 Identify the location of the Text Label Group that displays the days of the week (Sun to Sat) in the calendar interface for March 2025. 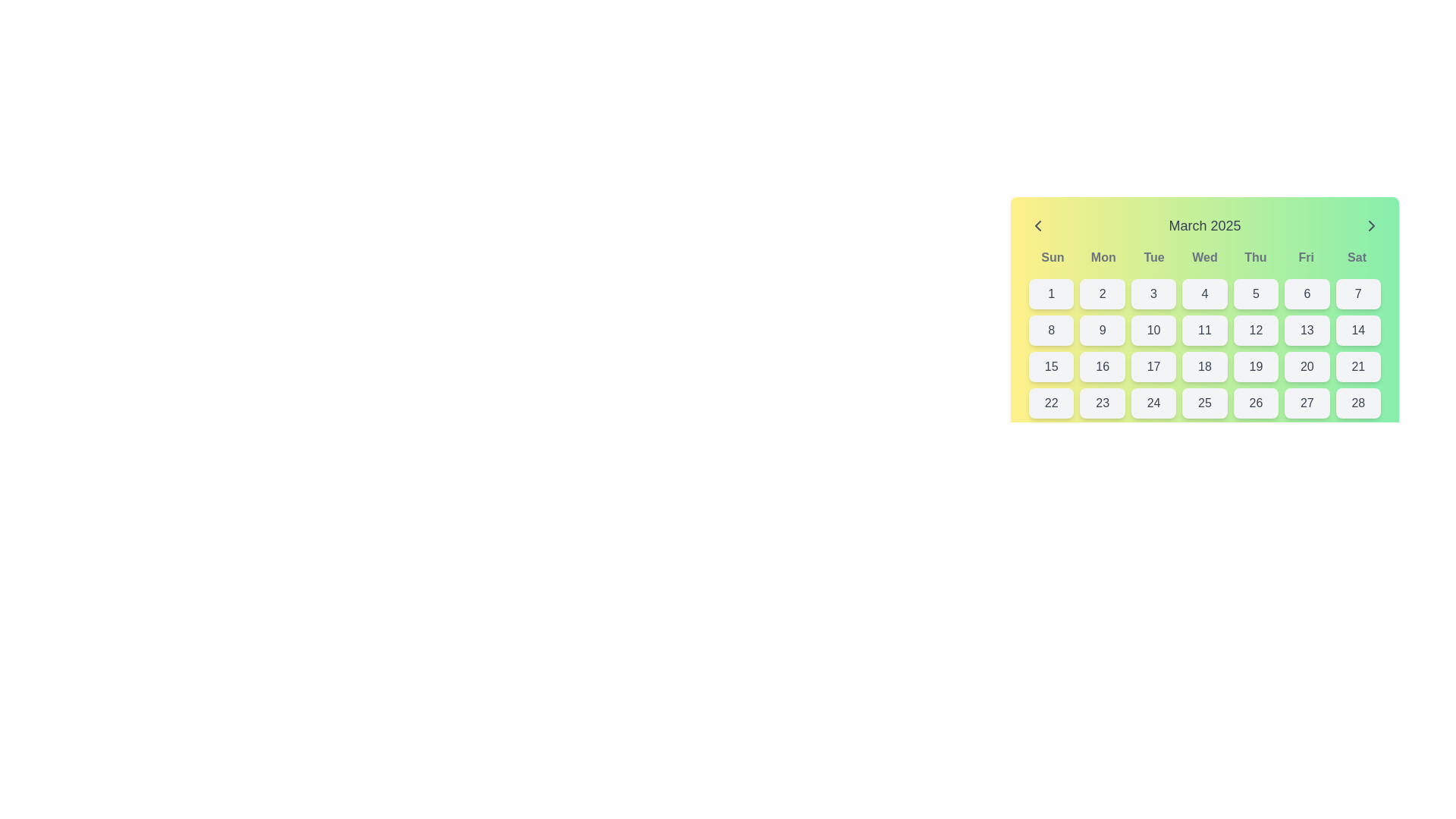
(1203, 256).